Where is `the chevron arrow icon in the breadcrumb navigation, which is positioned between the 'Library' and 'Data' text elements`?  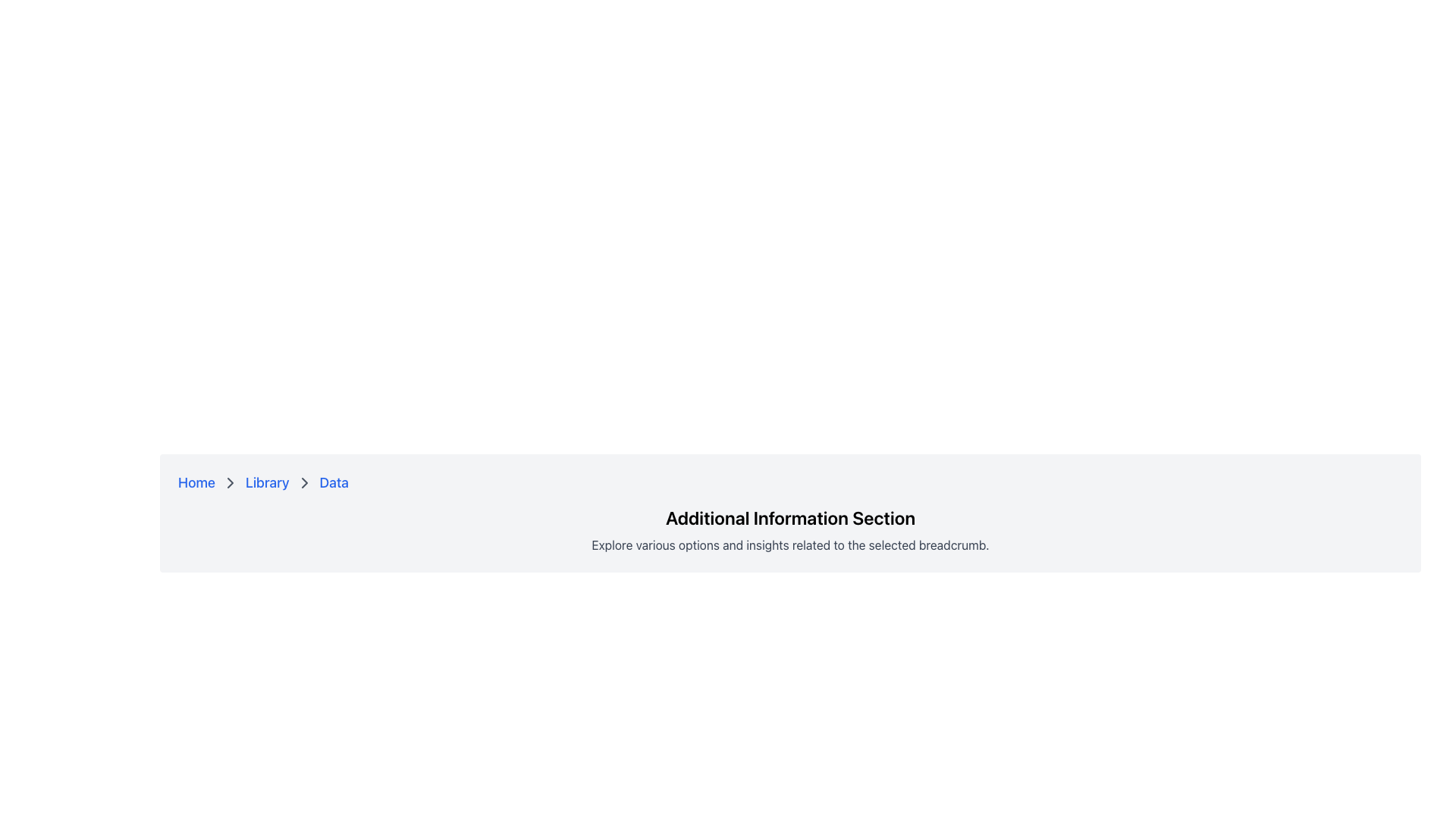 the chevron arrow icon in the breadcrumb navigation, which is positioned between the 'Library' and 'Data' text elements is located at coordinates (303, 482).